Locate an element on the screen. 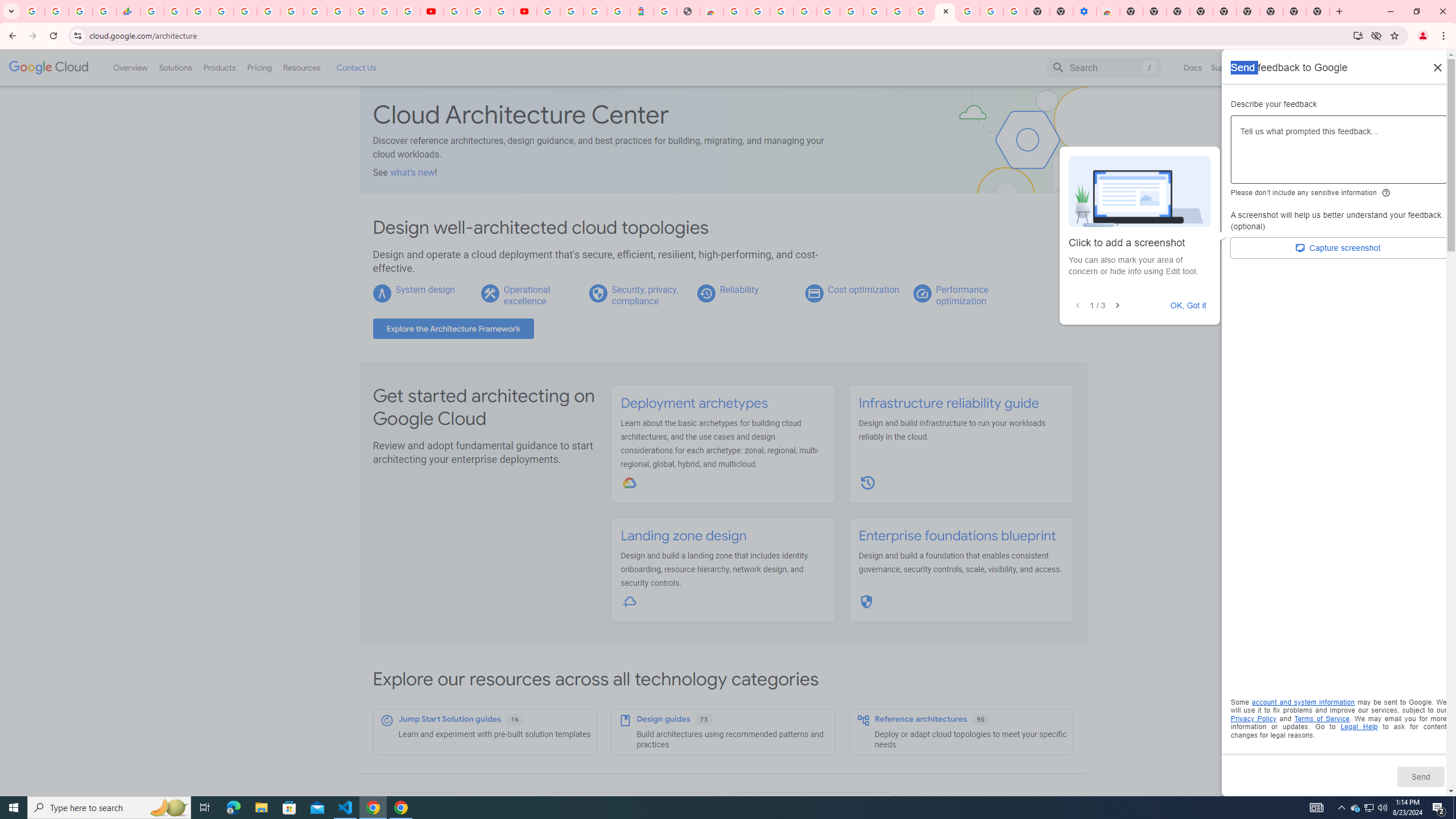 This screenshot has width=1456, height=819. 'account and system information' is located at coordinates (1303, 702).